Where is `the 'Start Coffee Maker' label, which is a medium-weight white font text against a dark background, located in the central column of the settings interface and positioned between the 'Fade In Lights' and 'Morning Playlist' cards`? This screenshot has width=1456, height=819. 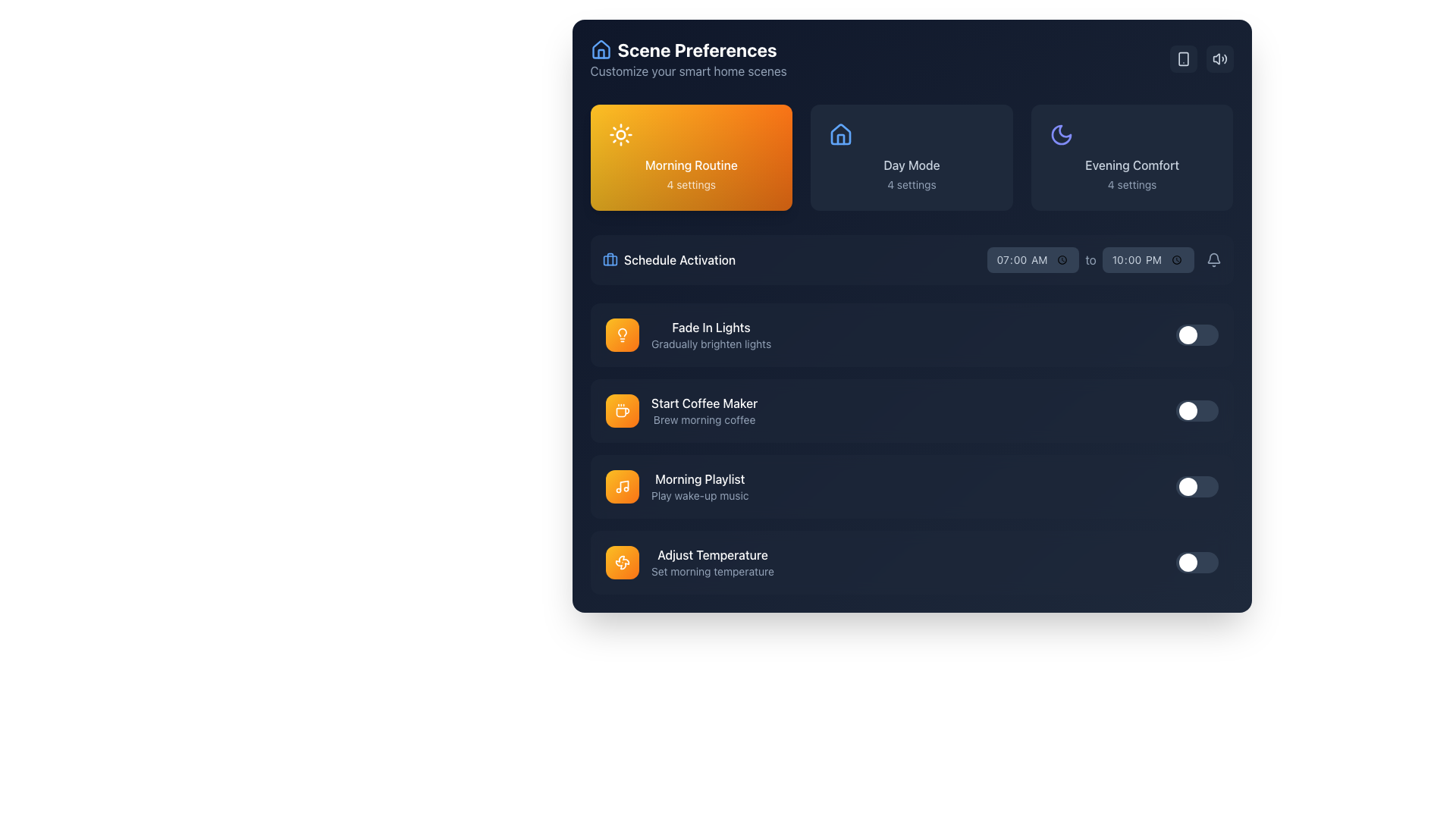
the 'Start Coffee Maker' label, which is a medium-weight white font text against a dark background, located in the central column of the settings interface and positioned between the 'Fade In Lights' and 'Morning Playlist' cards is located at coordinates (703, 403).